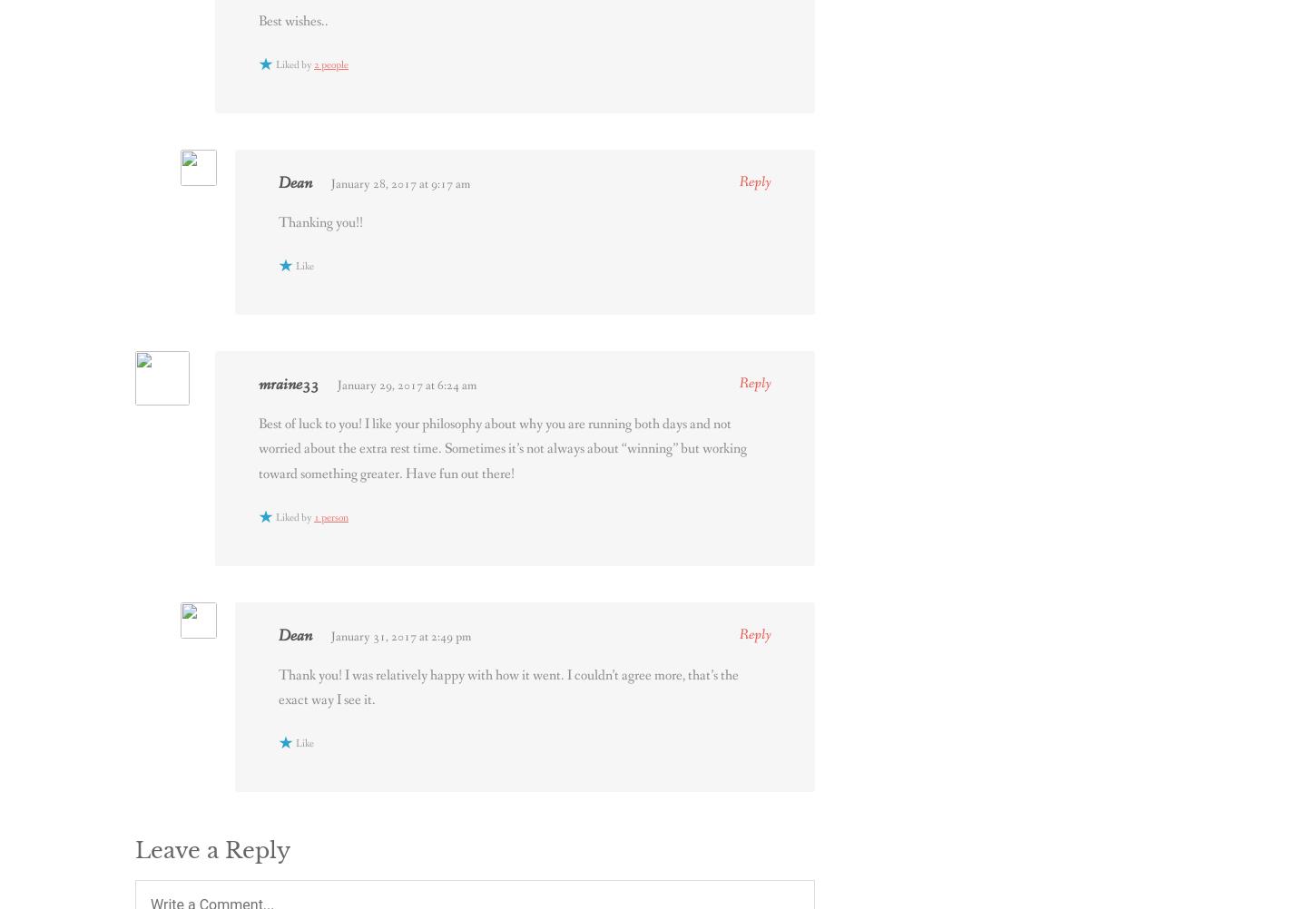 The image size is (1316, 909). Describe the element at coordinates (508, 686) in the screenshot. I see `'Thank you! I was relatively happy with how it went. I couldn’t agree more, that’s the exact way I see it.'` at that location.